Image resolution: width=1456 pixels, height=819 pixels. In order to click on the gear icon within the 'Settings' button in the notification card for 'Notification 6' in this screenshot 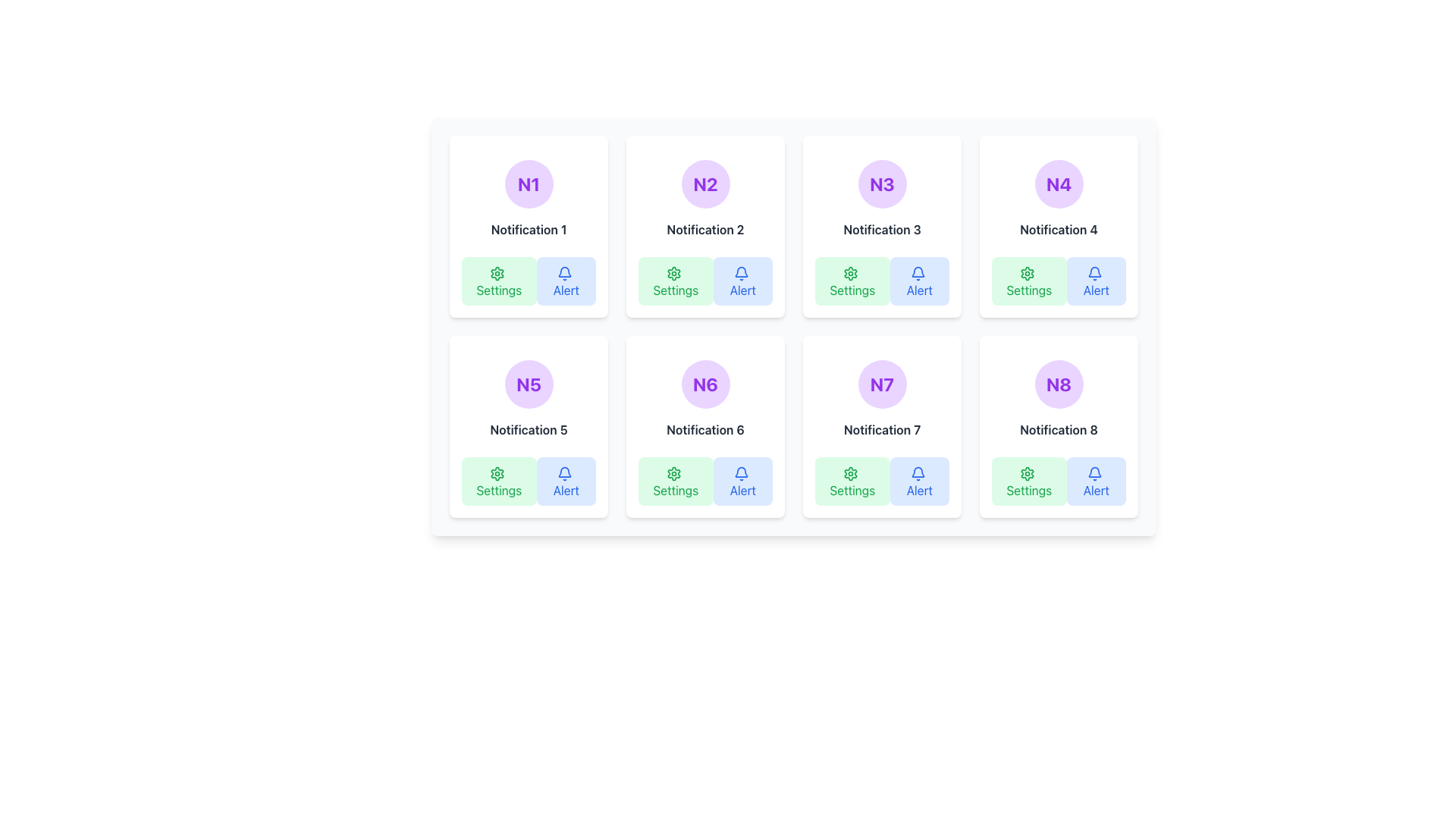, I will do `click(673, 472)`.